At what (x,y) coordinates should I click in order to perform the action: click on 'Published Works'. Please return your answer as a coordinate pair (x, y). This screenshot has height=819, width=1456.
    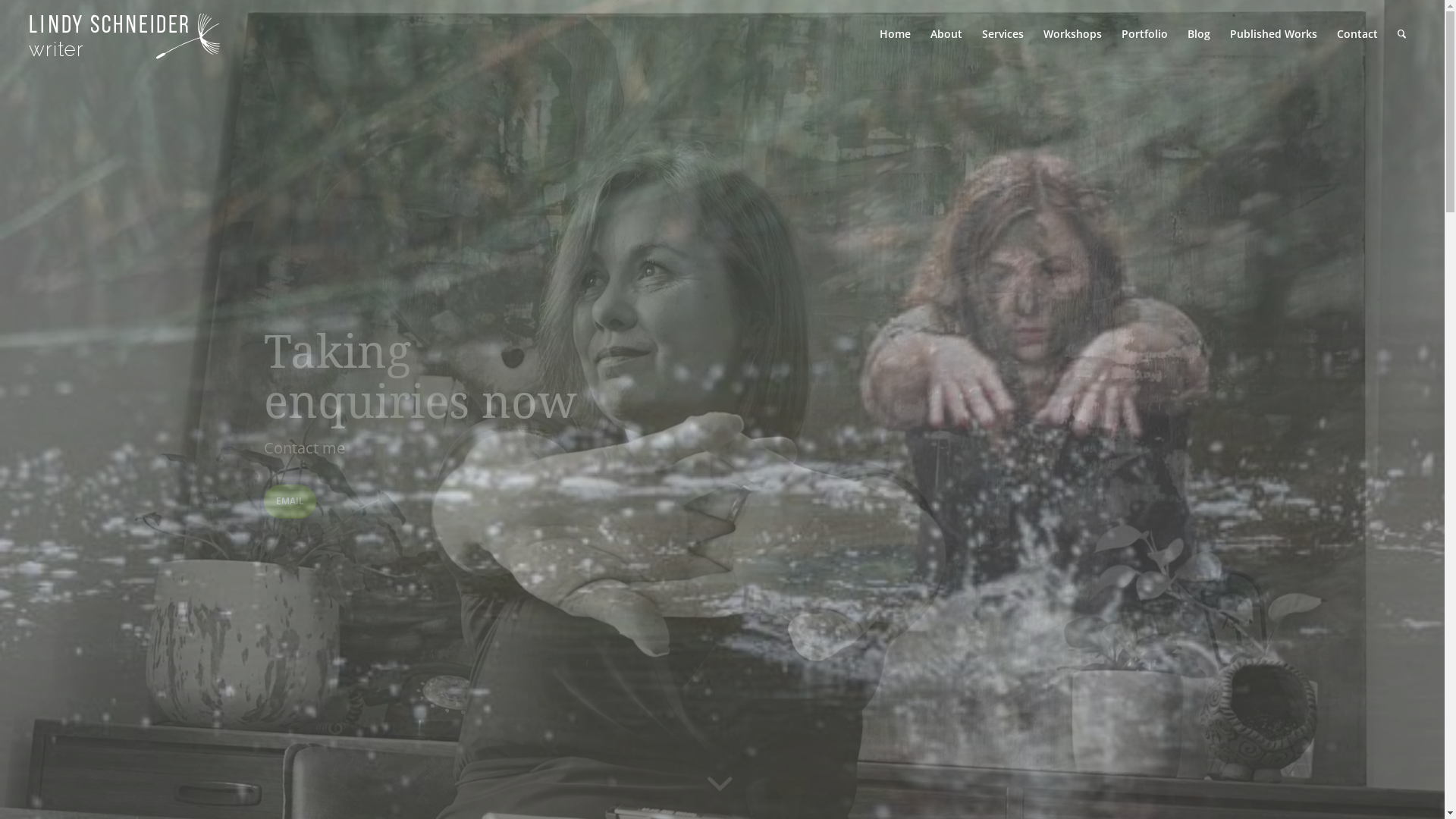
    Looking at the image, I should click on (1273, 34).